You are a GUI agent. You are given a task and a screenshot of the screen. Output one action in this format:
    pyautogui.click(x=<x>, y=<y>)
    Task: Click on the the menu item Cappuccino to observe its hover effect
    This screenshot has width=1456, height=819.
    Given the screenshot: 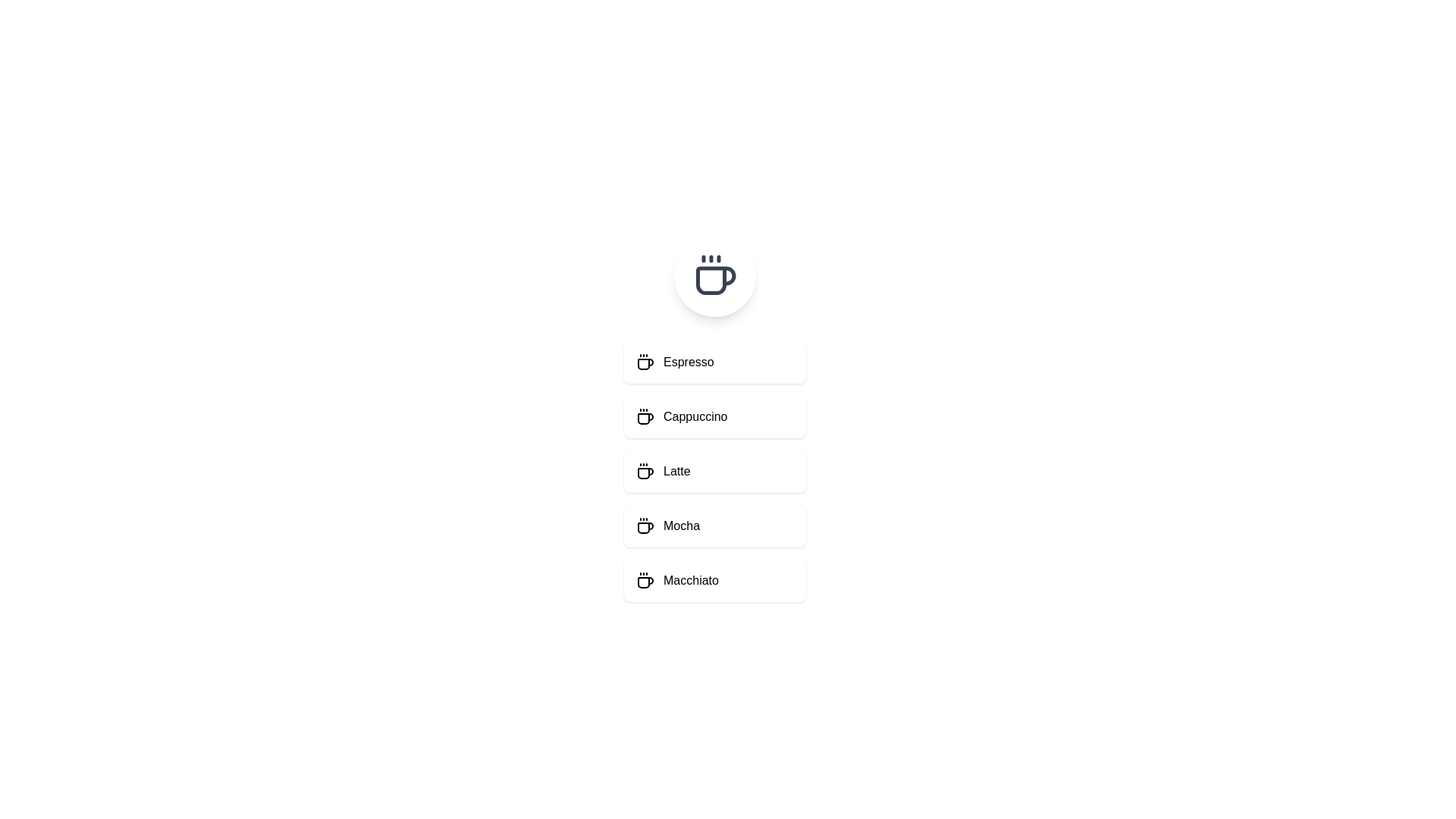 What is the action you would take?
    pyautogui.click(x=714, y=417)
    